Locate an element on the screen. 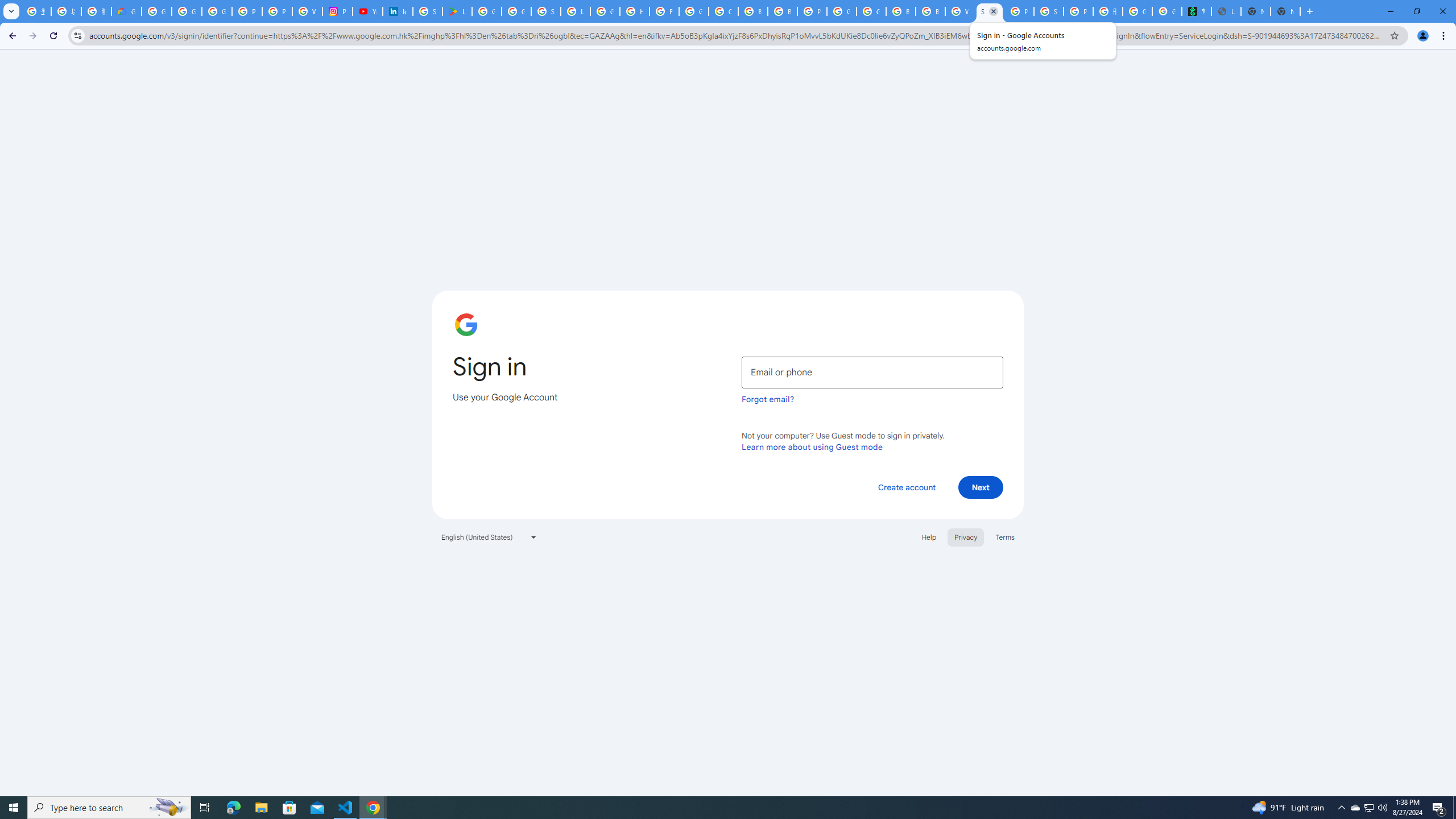 Image resolution: width=1456 pixels, height=819 pixels. 'Email or phone' is located at coordinates (872, 372).